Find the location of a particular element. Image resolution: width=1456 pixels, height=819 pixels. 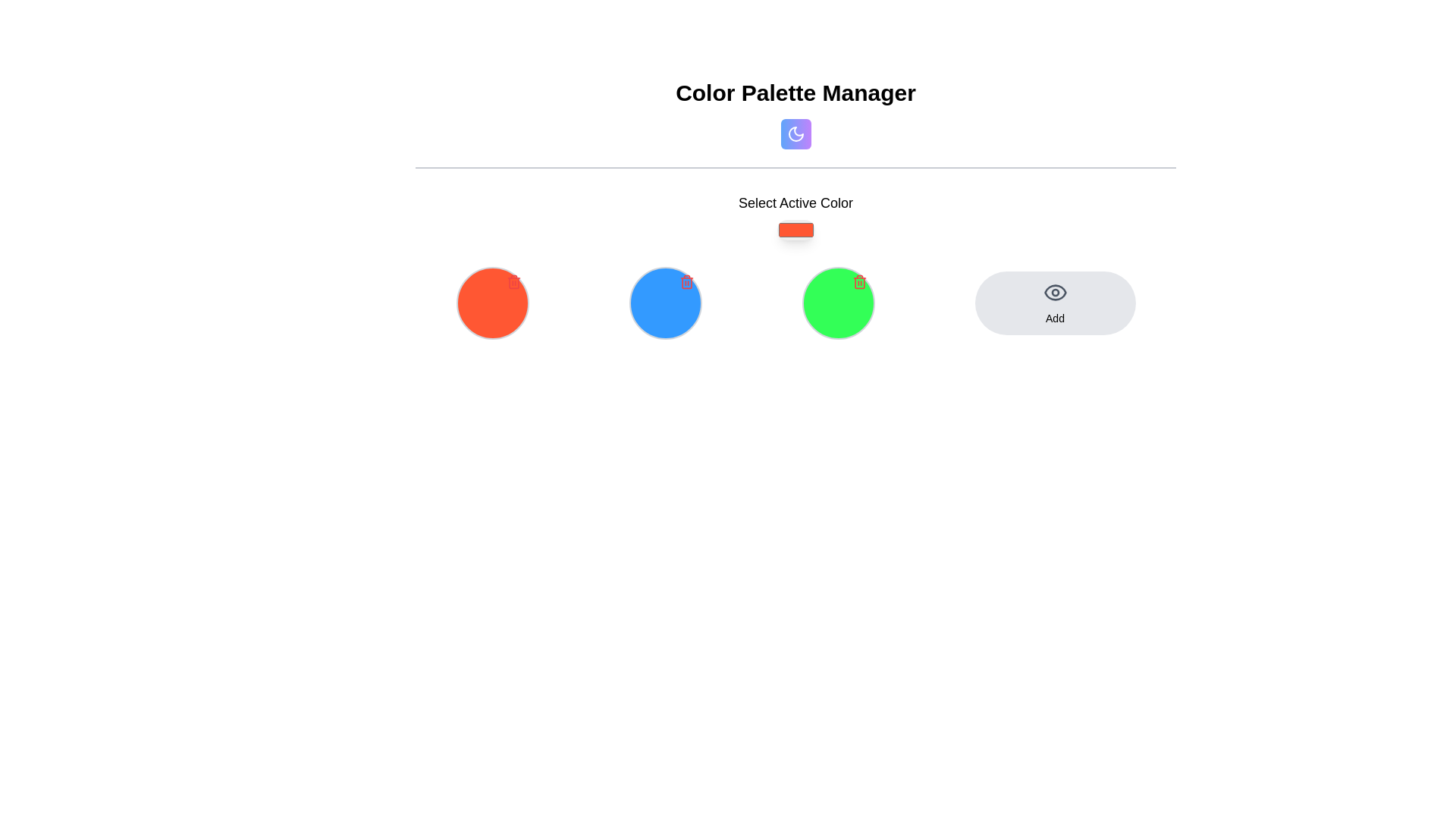

the toggle button for activating dark mode located below the 'Color Palette Manager' title is located at coordinates (795, 133).